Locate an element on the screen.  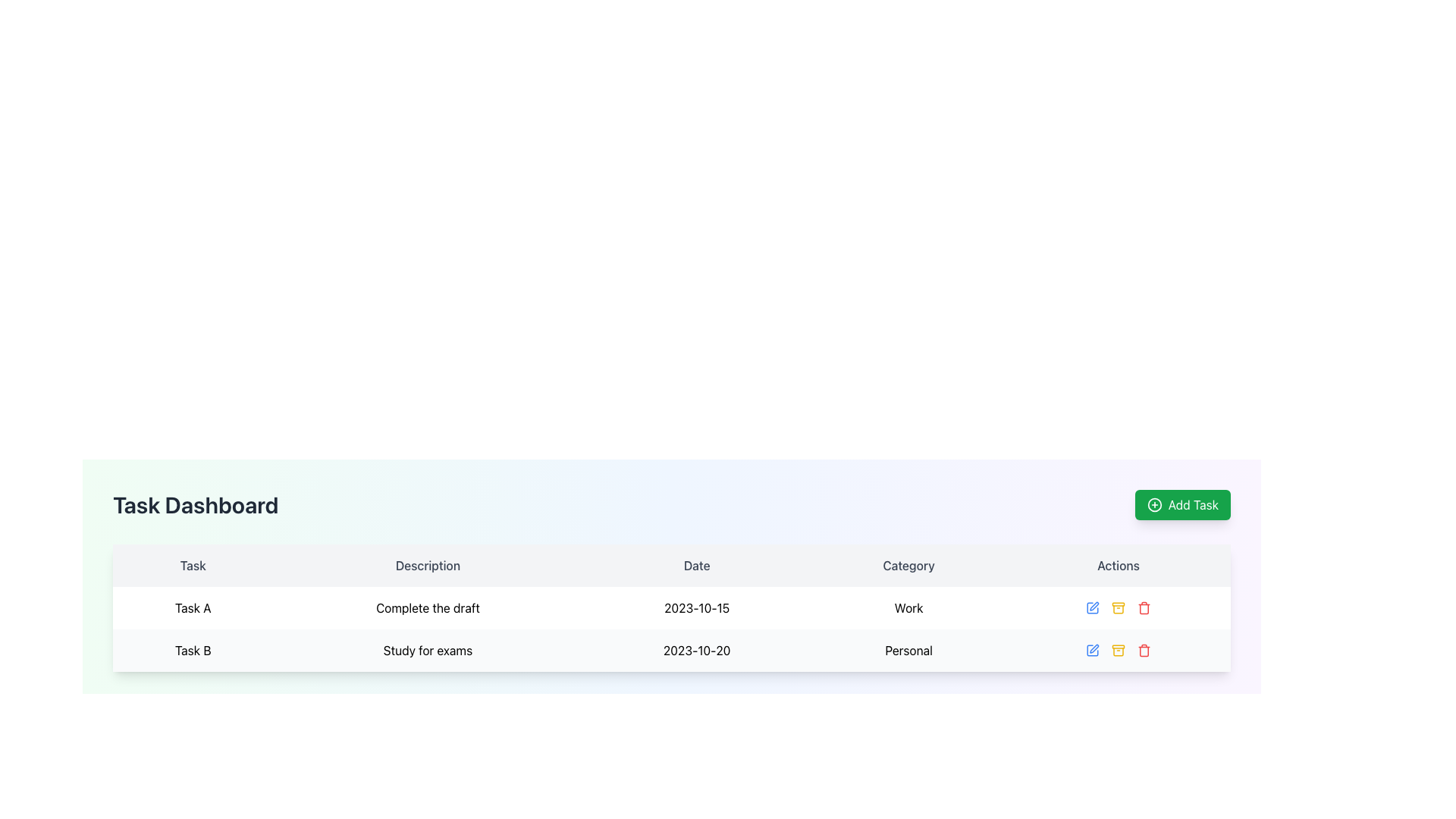
the edit vector graphic in the 'Actions' column of the second row is located at coordinates (1092, 607).